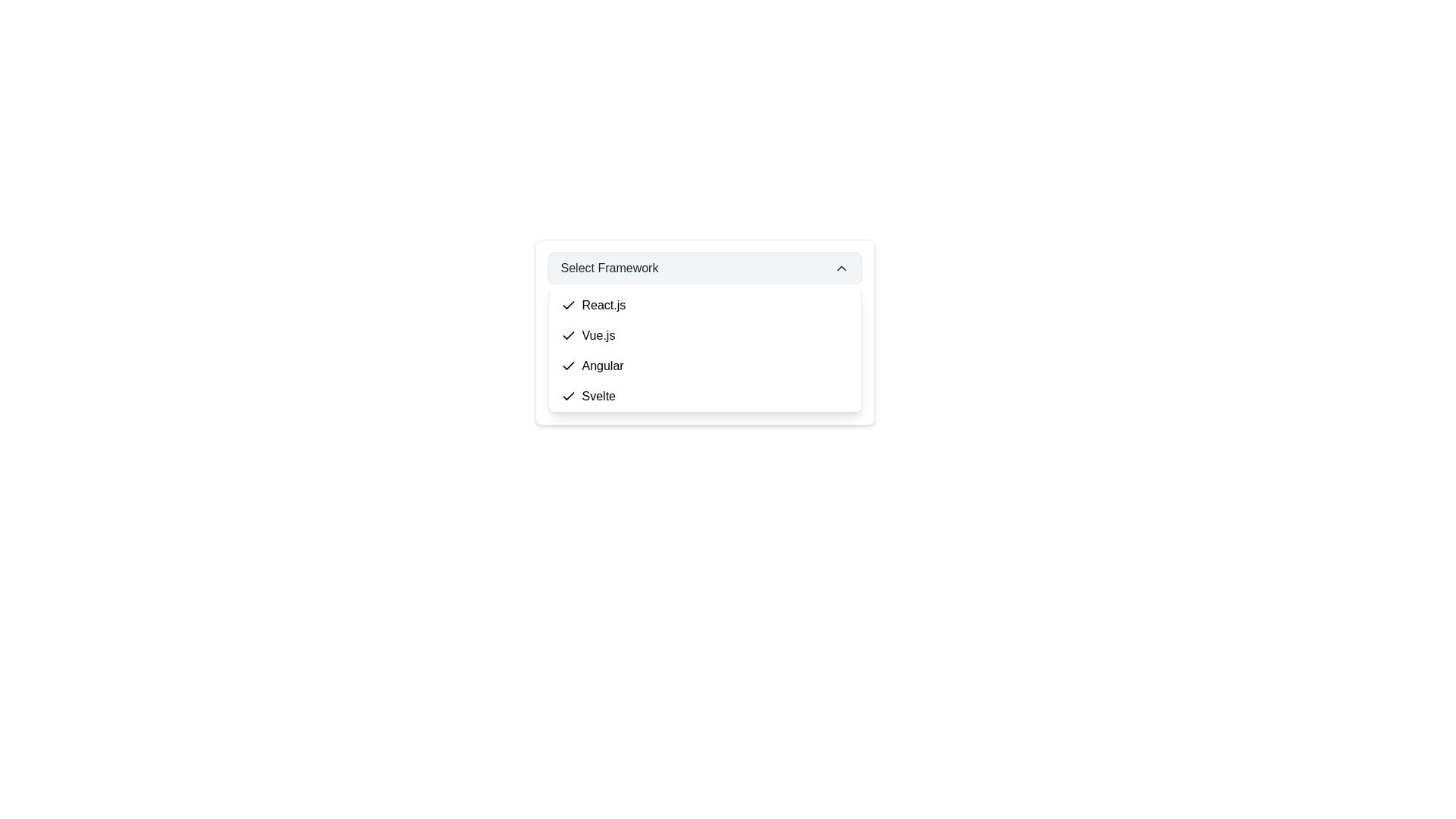 This screenshot has width=1456, height=819. I want to click on the 'Vue.js' dropdown item, which is the second item in the 'Select Framework' dropdown menu, so click(704, 335).